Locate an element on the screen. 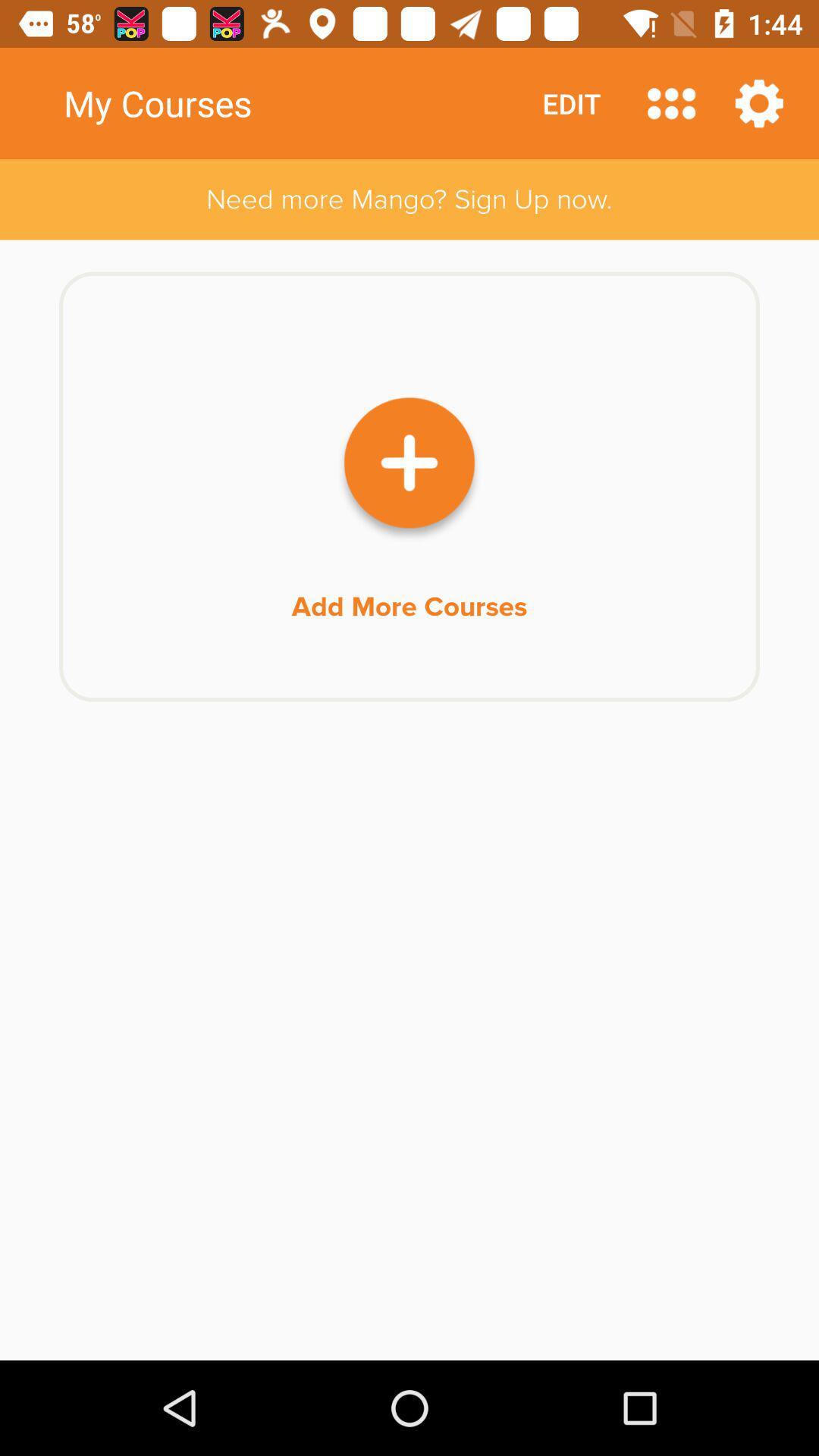  the item to the right of the my courses icon is located at coordinates (571, 102).